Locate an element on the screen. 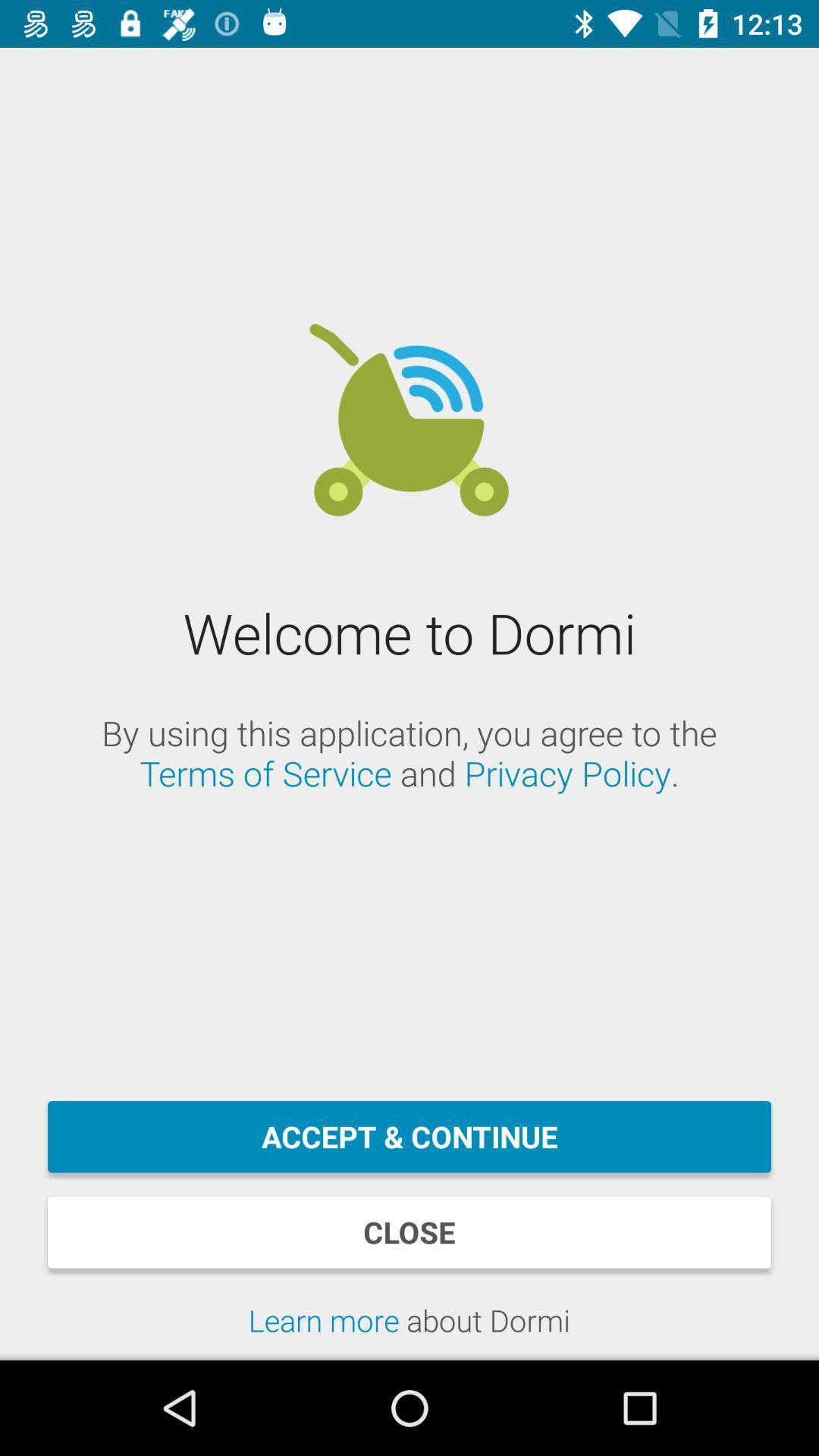 The height and width of the screenshot is (1456, 819). icon below the accept & continue icon is located at coordinates (409, 1232).